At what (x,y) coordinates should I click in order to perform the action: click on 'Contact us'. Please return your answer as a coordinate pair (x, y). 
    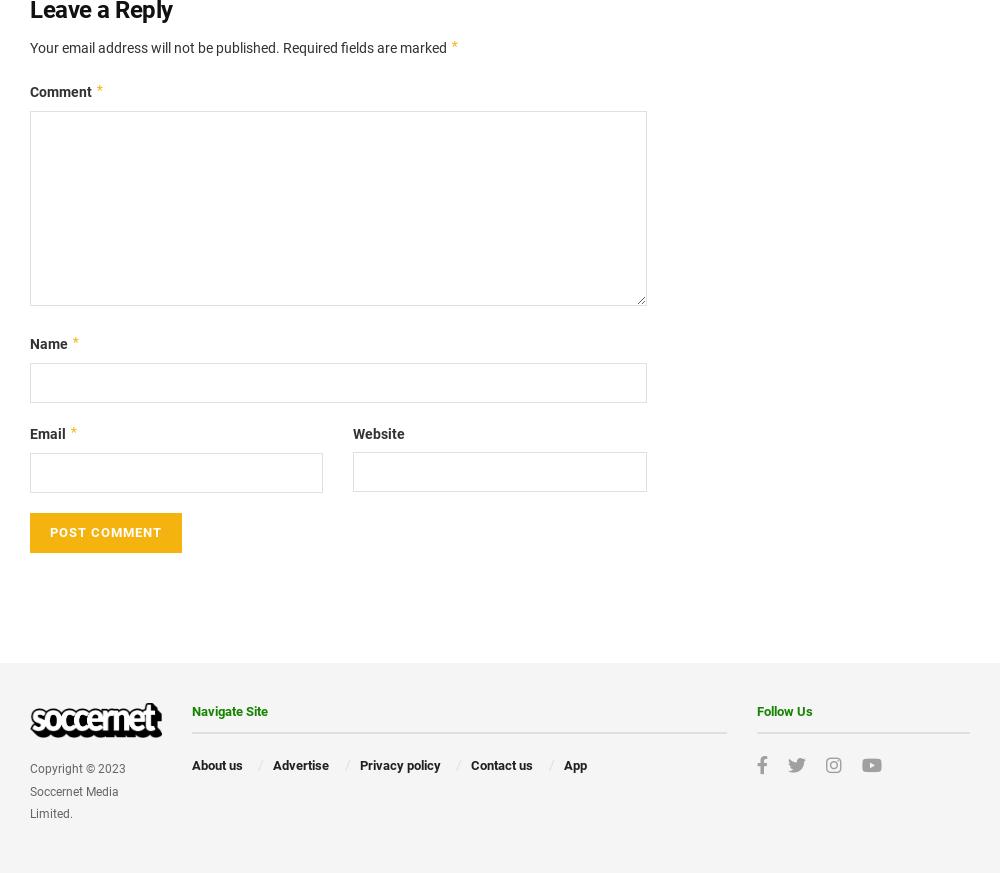
    Looking at the image, I should click on (502, 763).